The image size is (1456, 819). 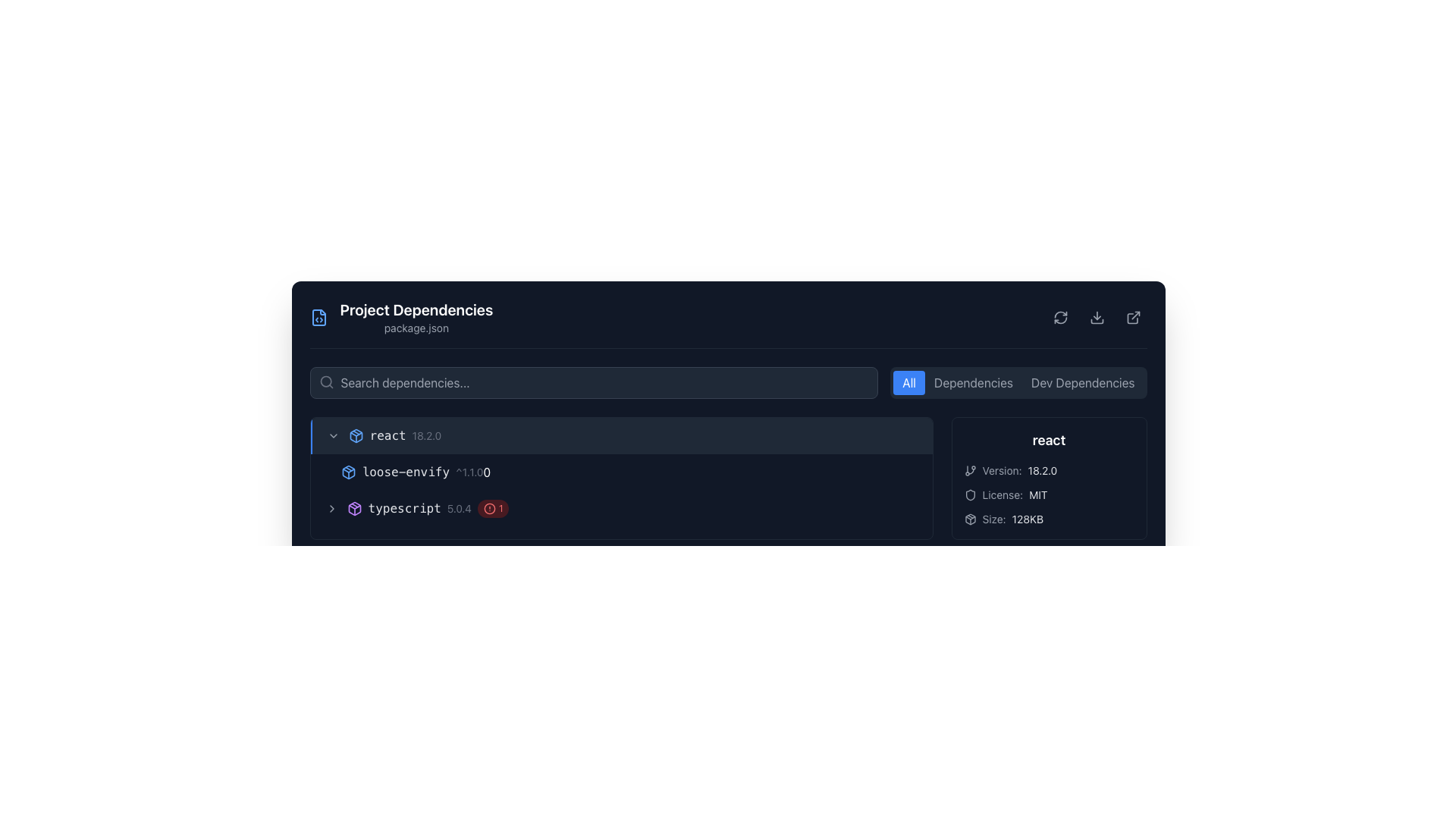 What do you see at coordinates (621, 509) in the screenshot?
I see `on the third row list item in the dependencies section, which has a dark background, highlighted borders, an icon on the left, monospaced font text, a version number in smaller text, and a red badge with a numerical value` at bounding box center [621, 509].